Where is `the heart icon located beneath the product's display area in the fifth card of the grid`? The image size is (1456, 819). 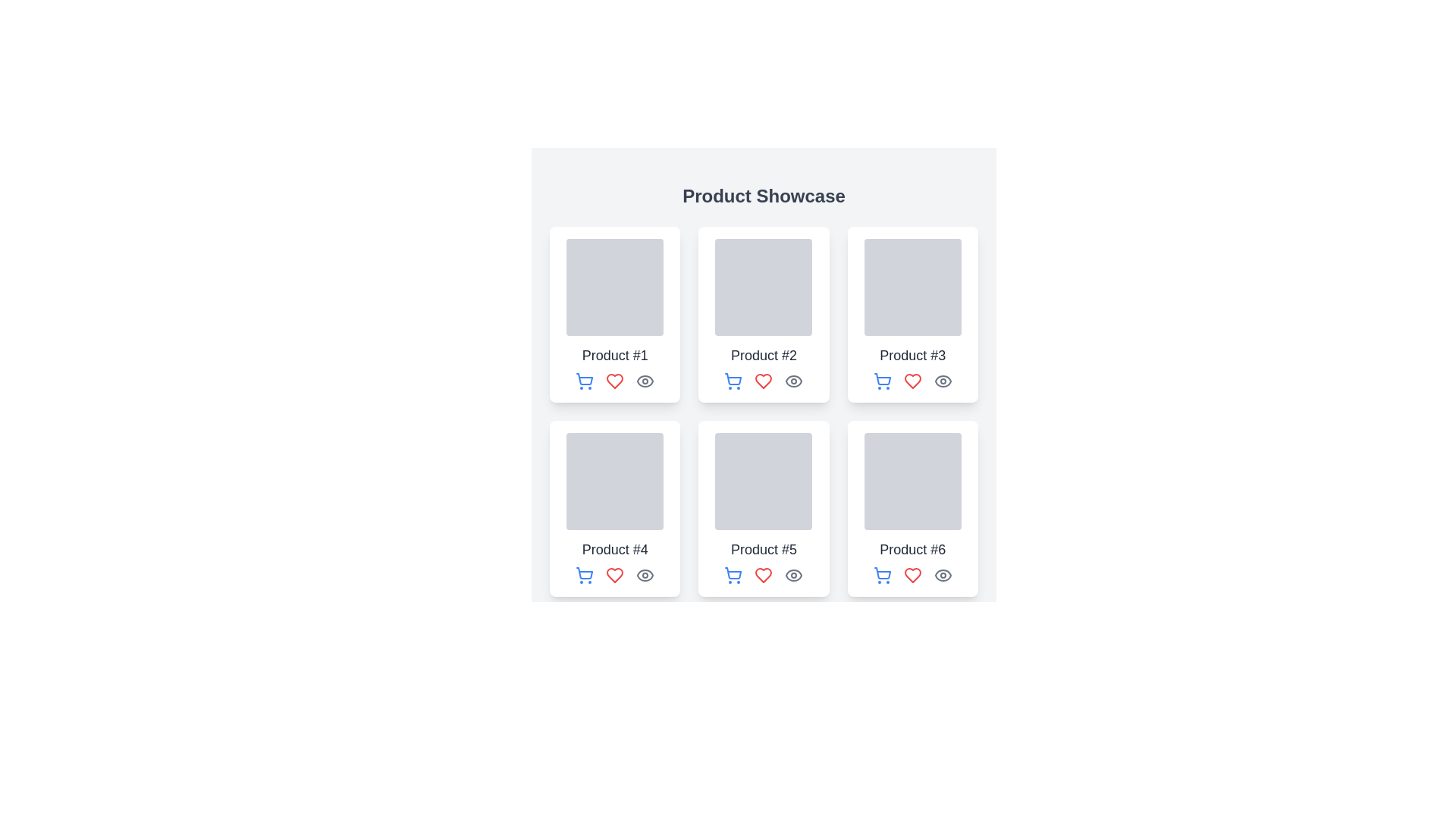 the heart icon located beneath the product's display area in the fifth card of the grid is located at coordinates (764, 576).